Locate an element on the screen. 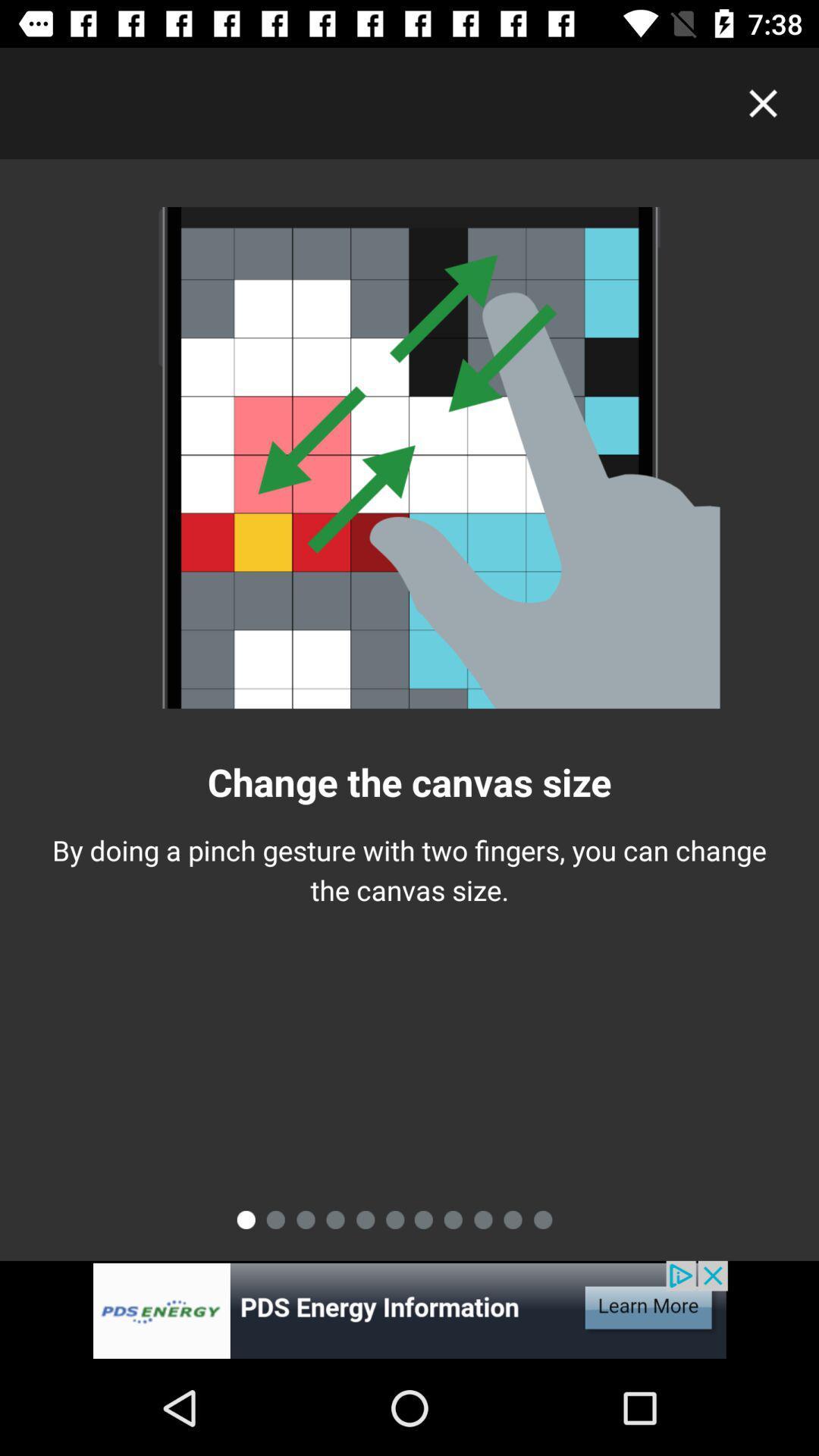  window is located at coordinates (763, 102).